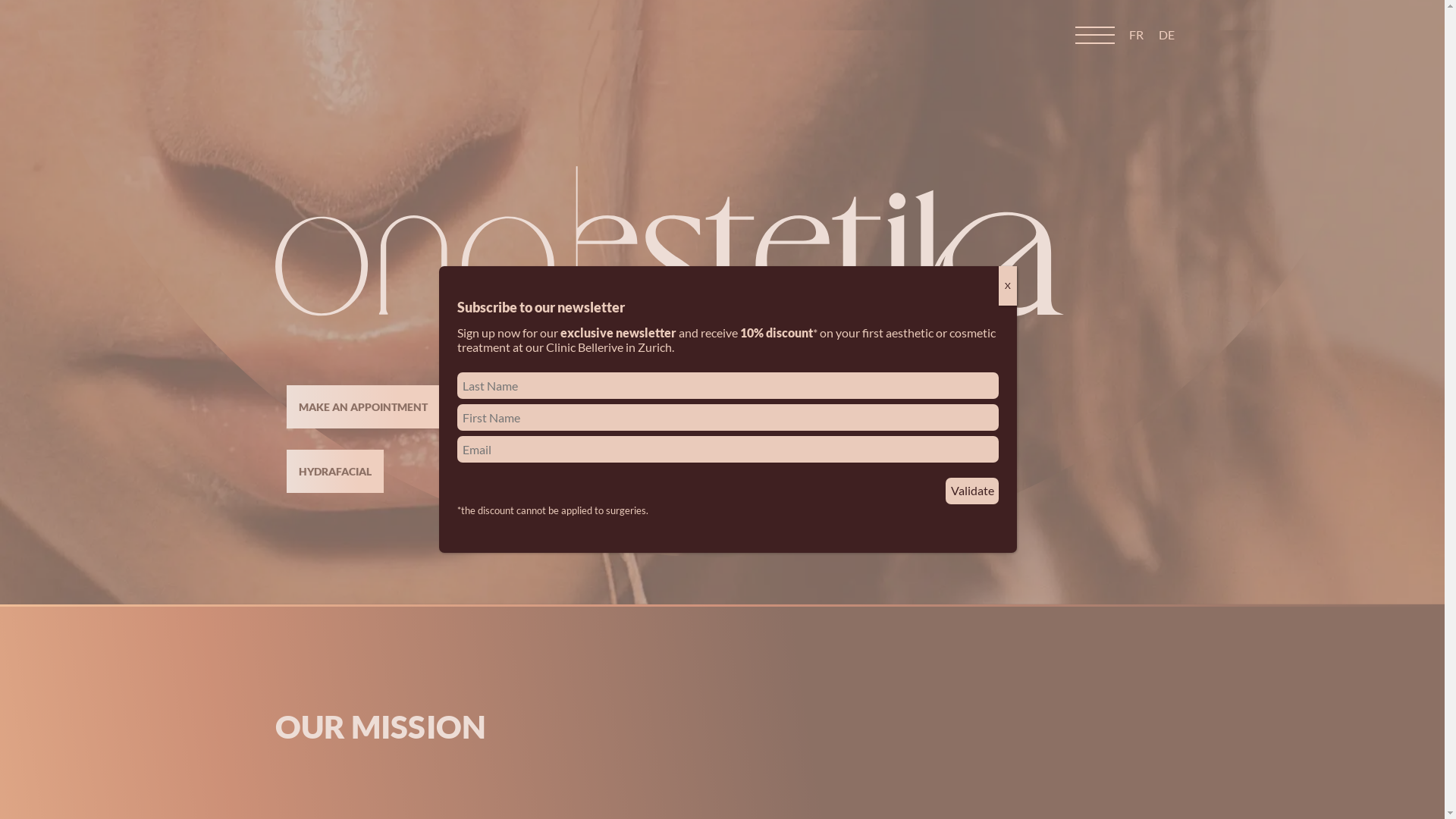  I want to click on 'Validate', so click(945, 491).